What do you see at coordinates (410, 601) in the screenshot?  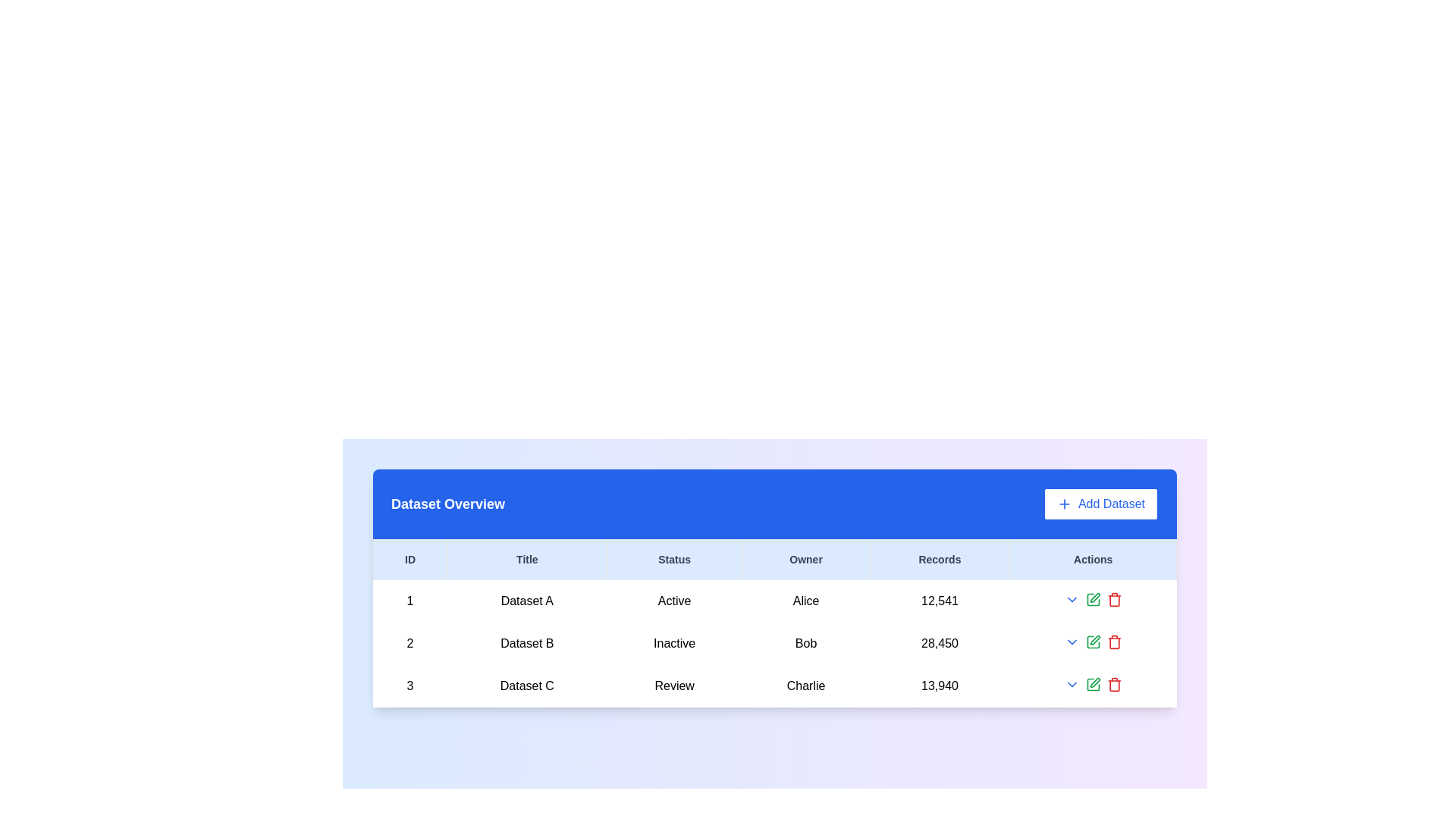 I see `the numeral '1' in the 'ID' column of the table, which is the first item in the uppermost row` at bounding box center [410, 601].